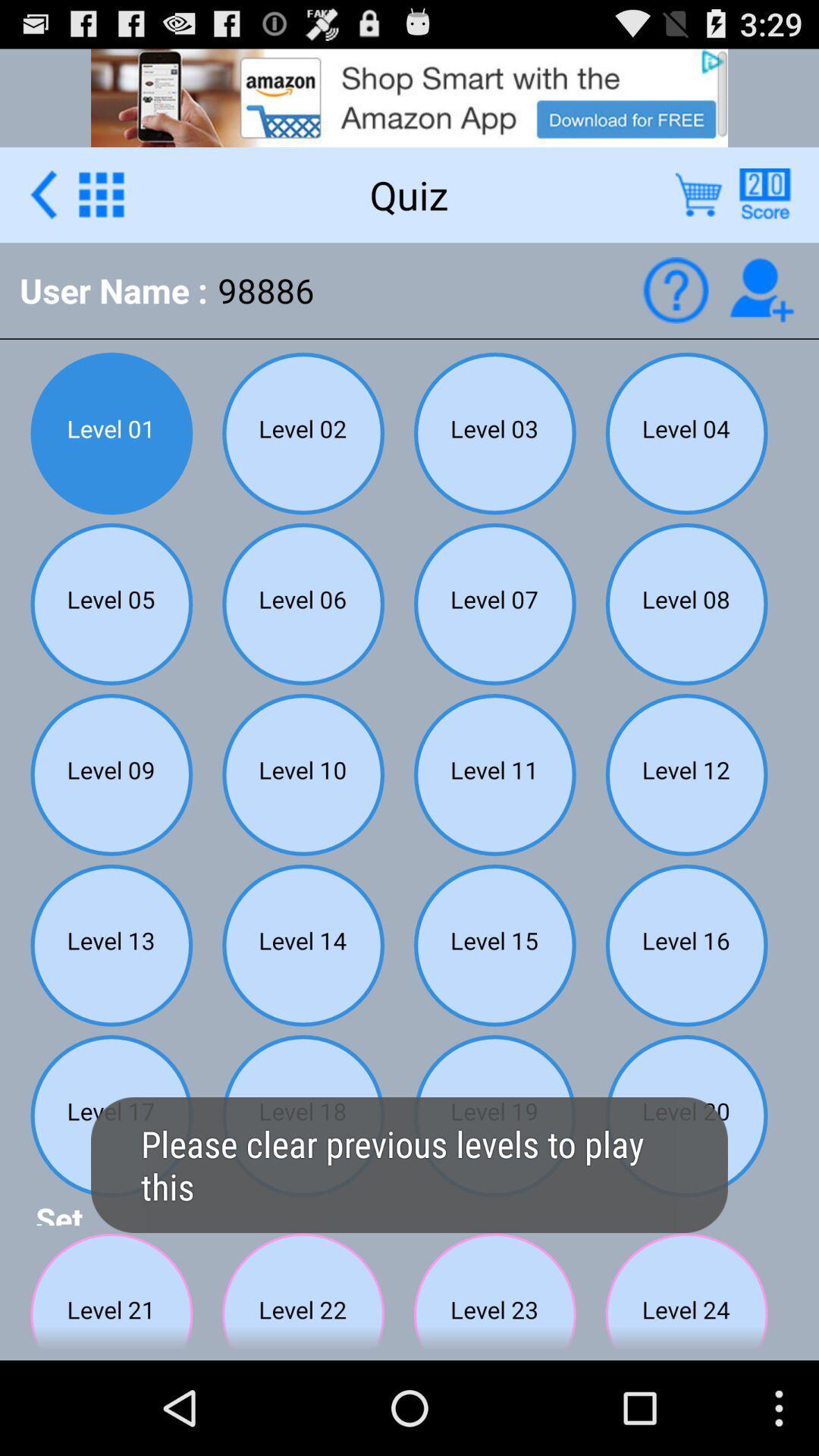  Describe the element at coordinates (409, 96) in the screenshot. I see `advertisement` at that location.